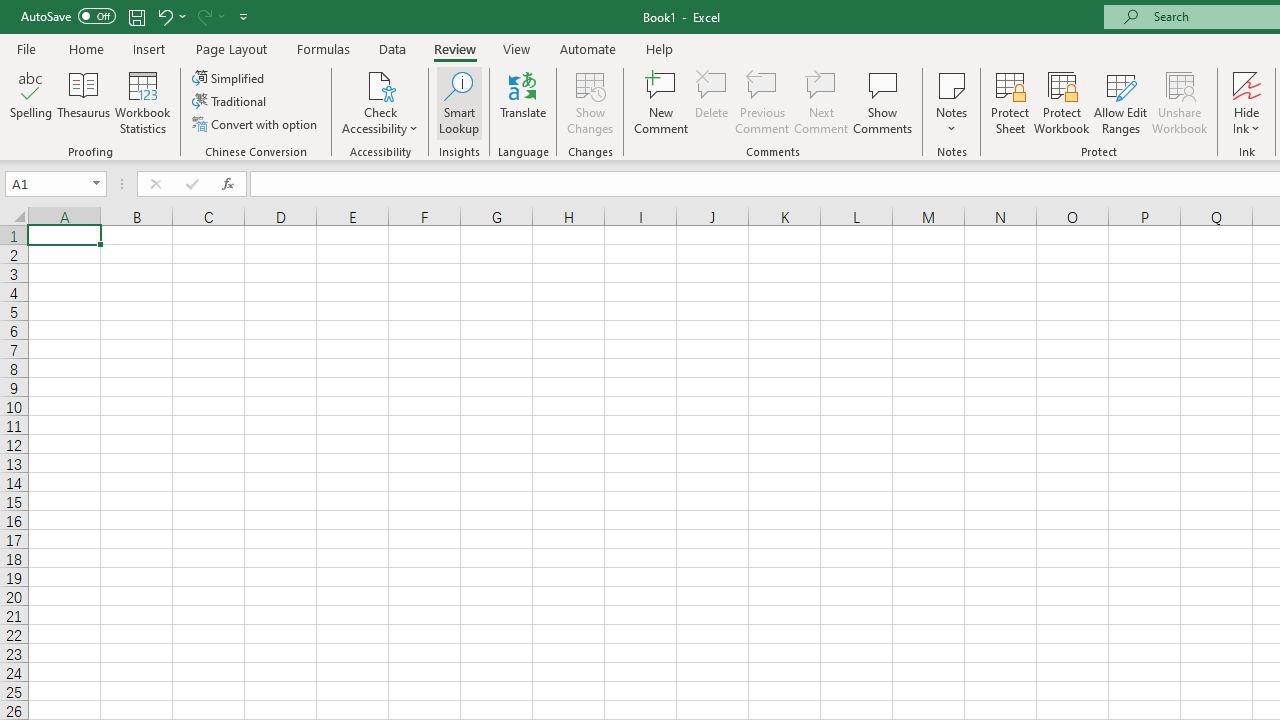  Describe the element at coordinates (1060, 103) in the screenshot. I see `'Protect Workbook...'` at that location.